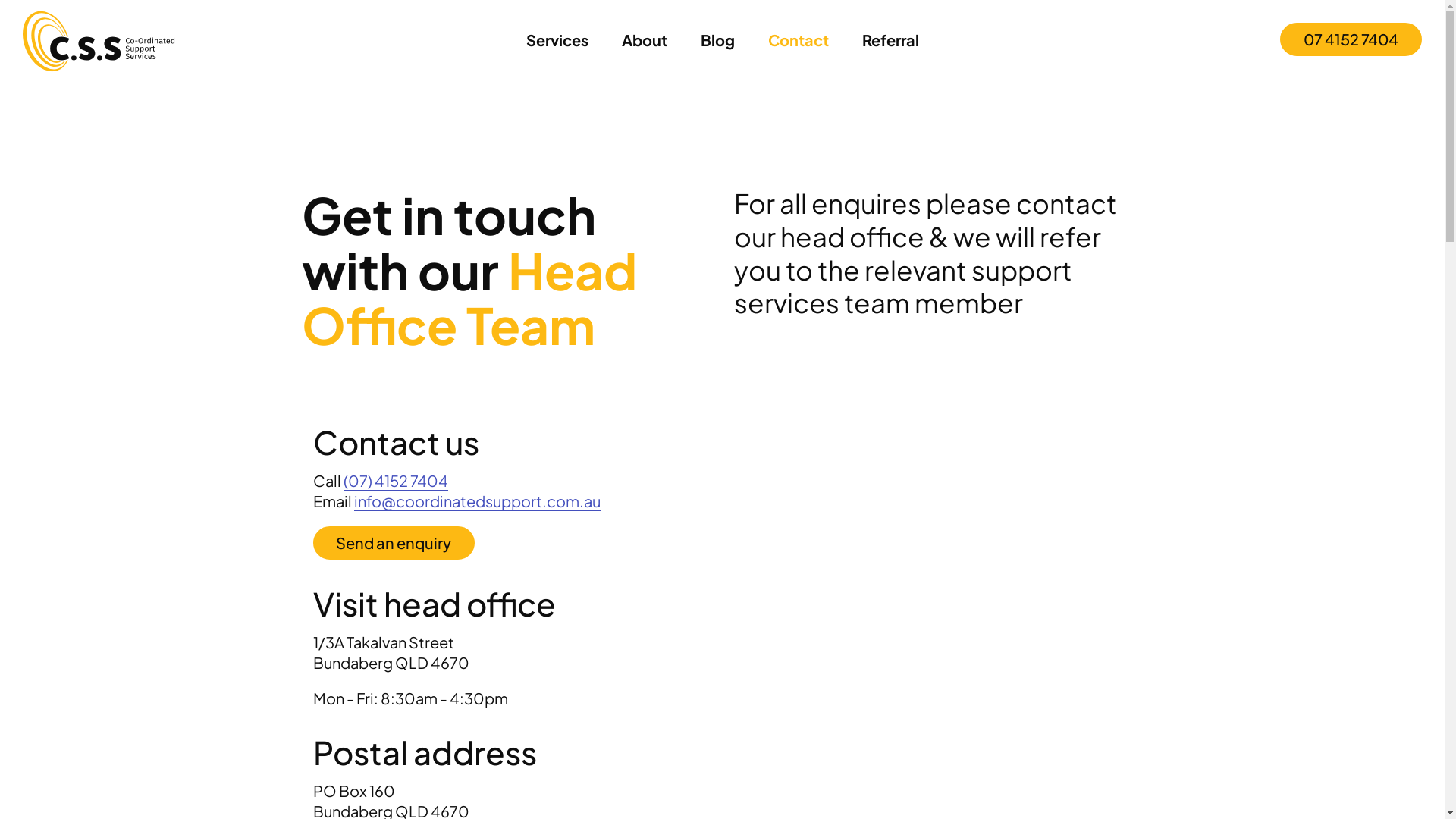 The width and height of the screenshot is (1456, 819). What do you see at coordinates (1351, 38) in the screenshot?
I see `'07 4152 7404'` at bounding box center [1351, 38].